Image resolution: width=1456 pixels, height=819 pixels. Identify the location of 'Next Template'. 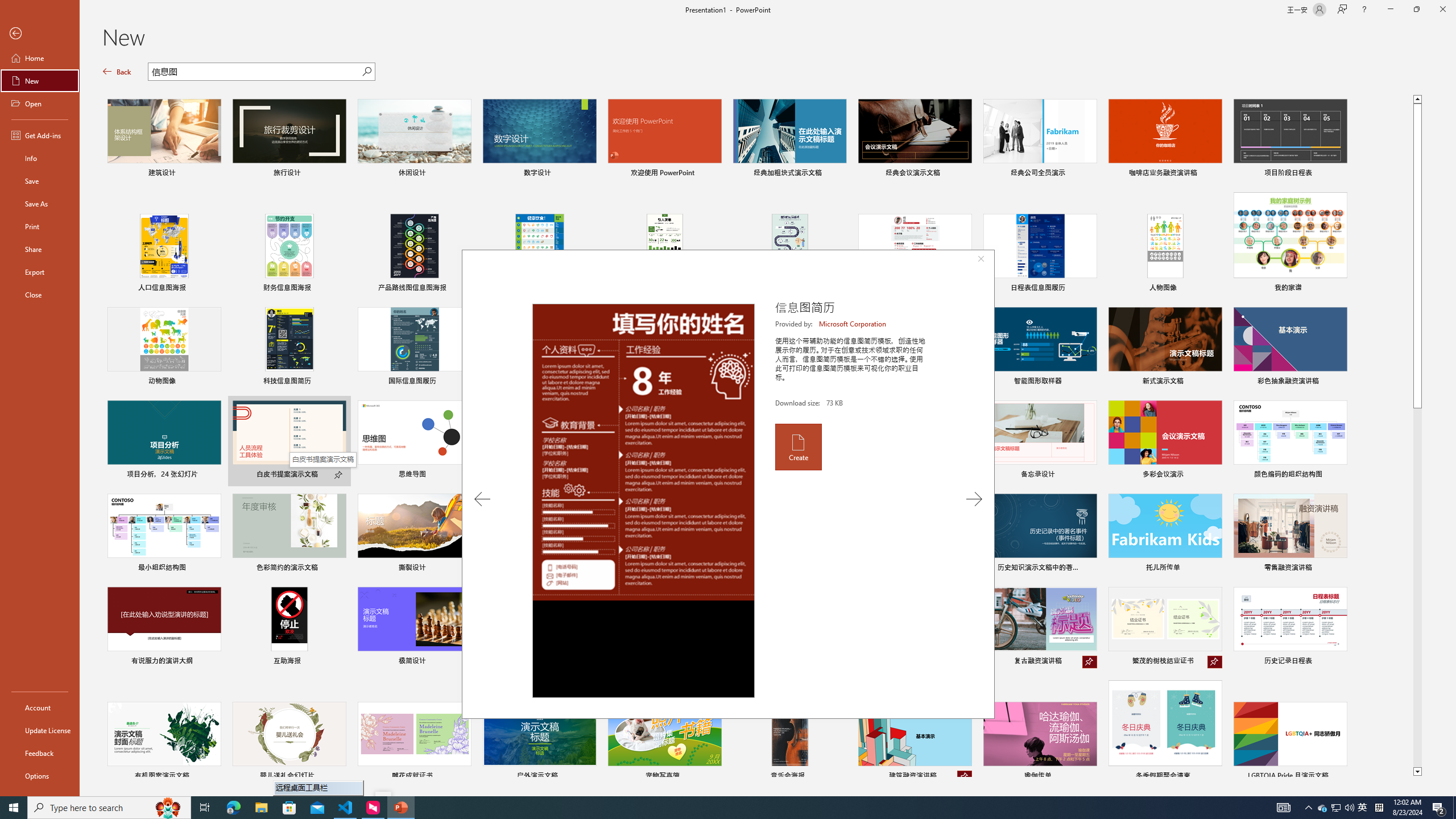
(974, 499).